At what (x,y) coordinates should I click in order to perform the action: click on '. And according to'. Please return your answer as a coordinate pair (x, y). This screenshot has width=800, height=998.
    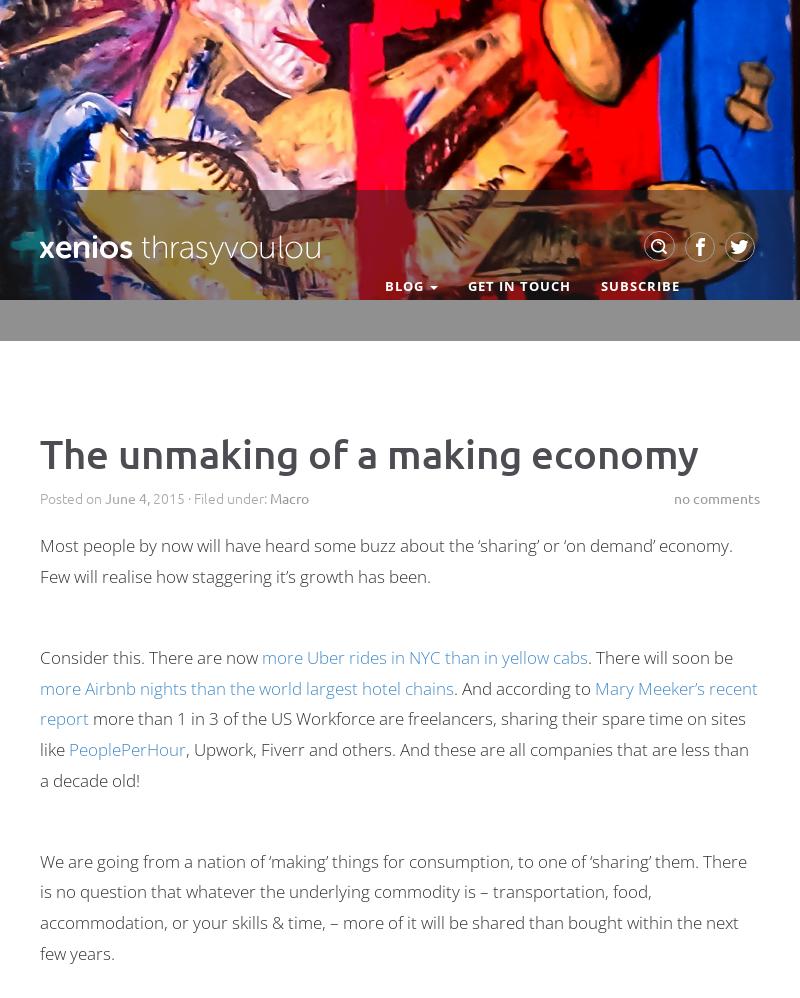
    Looking at the image, I should click on (453, 686).